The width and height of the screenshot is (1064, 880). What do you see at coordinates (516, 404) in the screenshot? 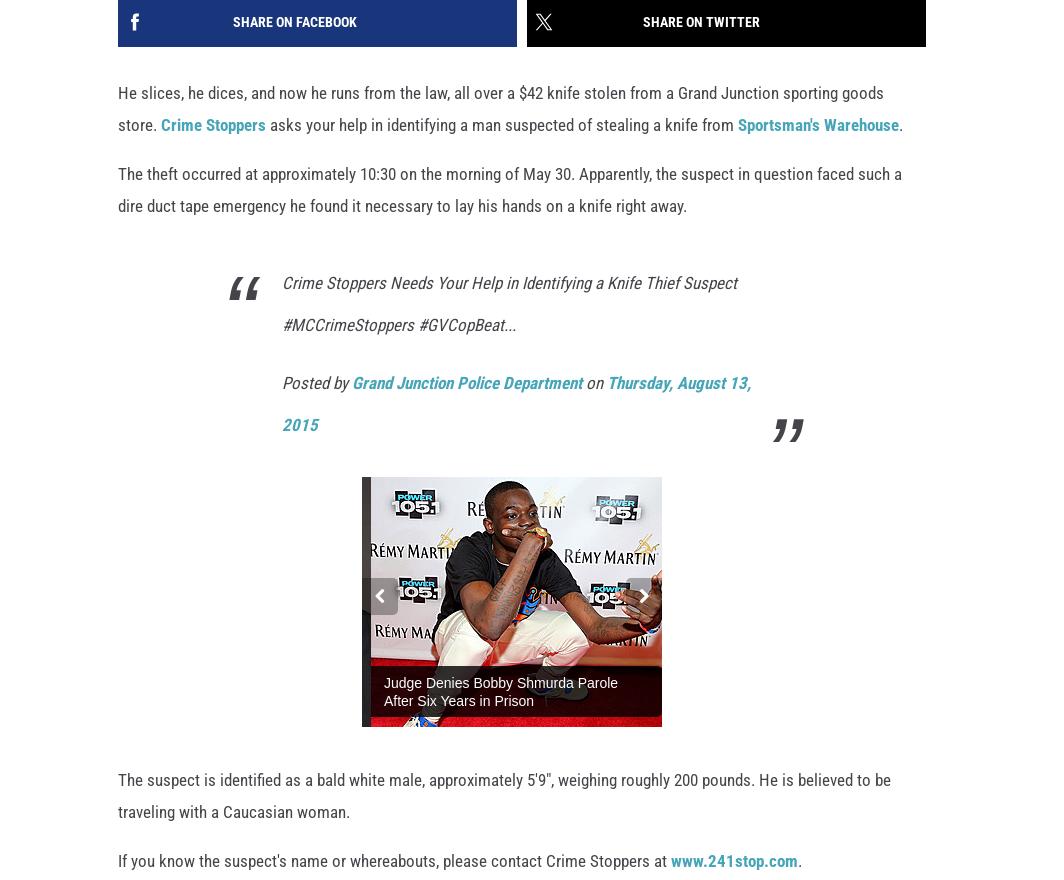
I see `'Thursday, August 13, 2015'` at bounding box center [516, 404].